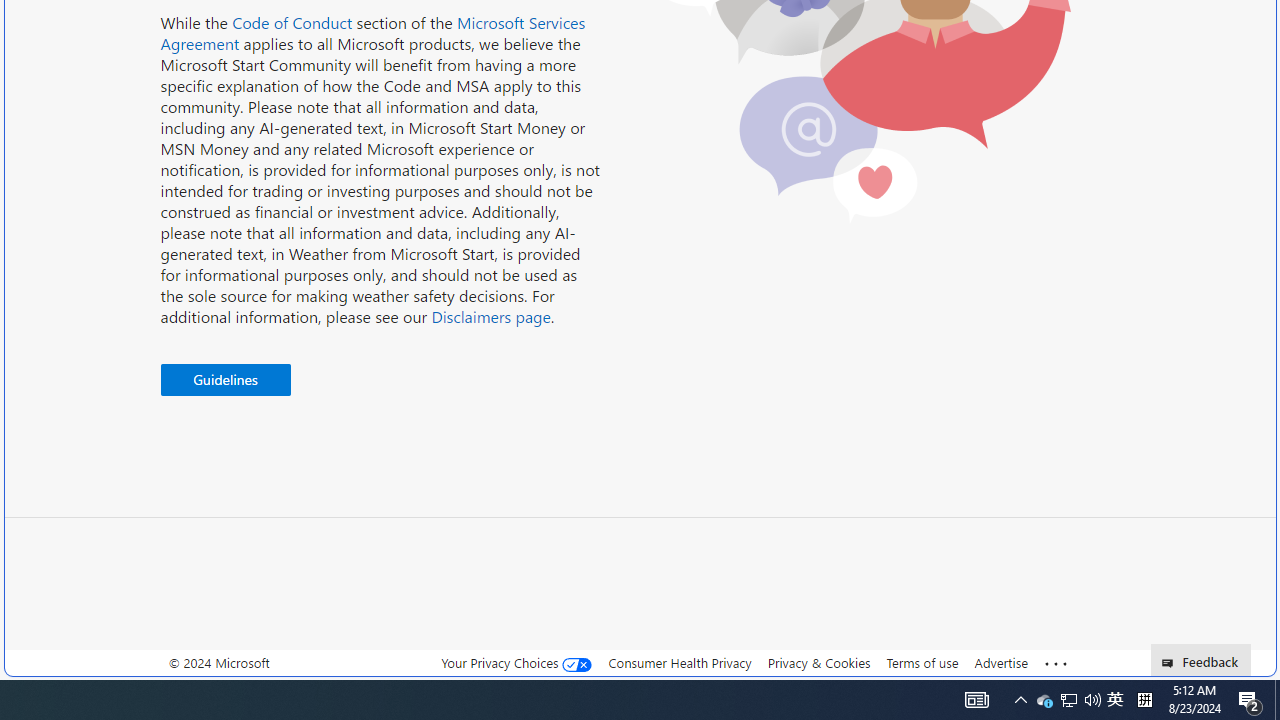  Describe the element at coordinates (373, 33) in the screenshot. I see `'Microsoft Services Agreement'` at that location.